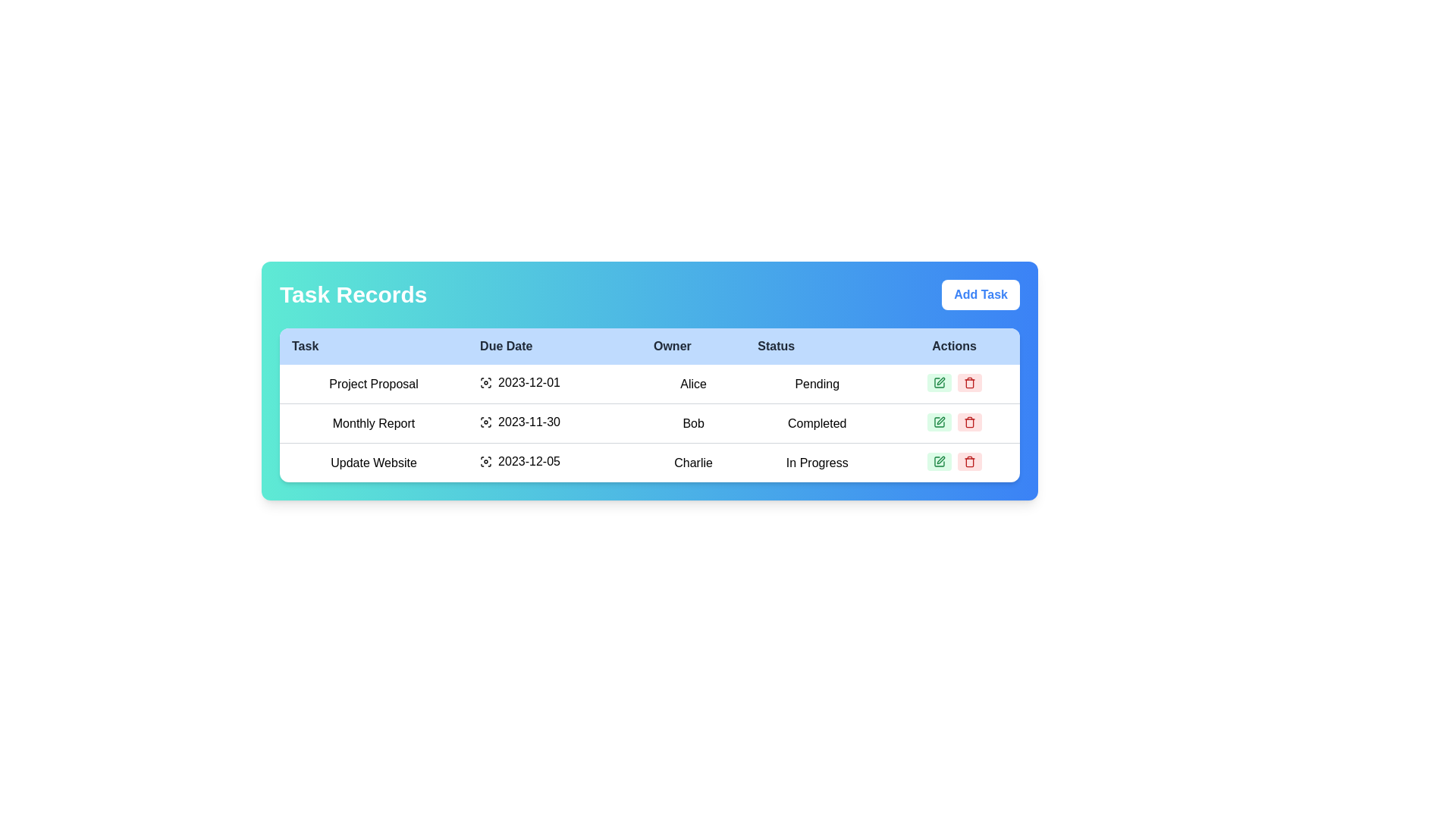 This screenshot has height=819, width=1456. What do you see at coordinates (938, 382) in the screenshot?
I see `the first button in the 'Actions' column of the first row in the table for the 'Project Proposal' task` at bounding box center [938, 382].